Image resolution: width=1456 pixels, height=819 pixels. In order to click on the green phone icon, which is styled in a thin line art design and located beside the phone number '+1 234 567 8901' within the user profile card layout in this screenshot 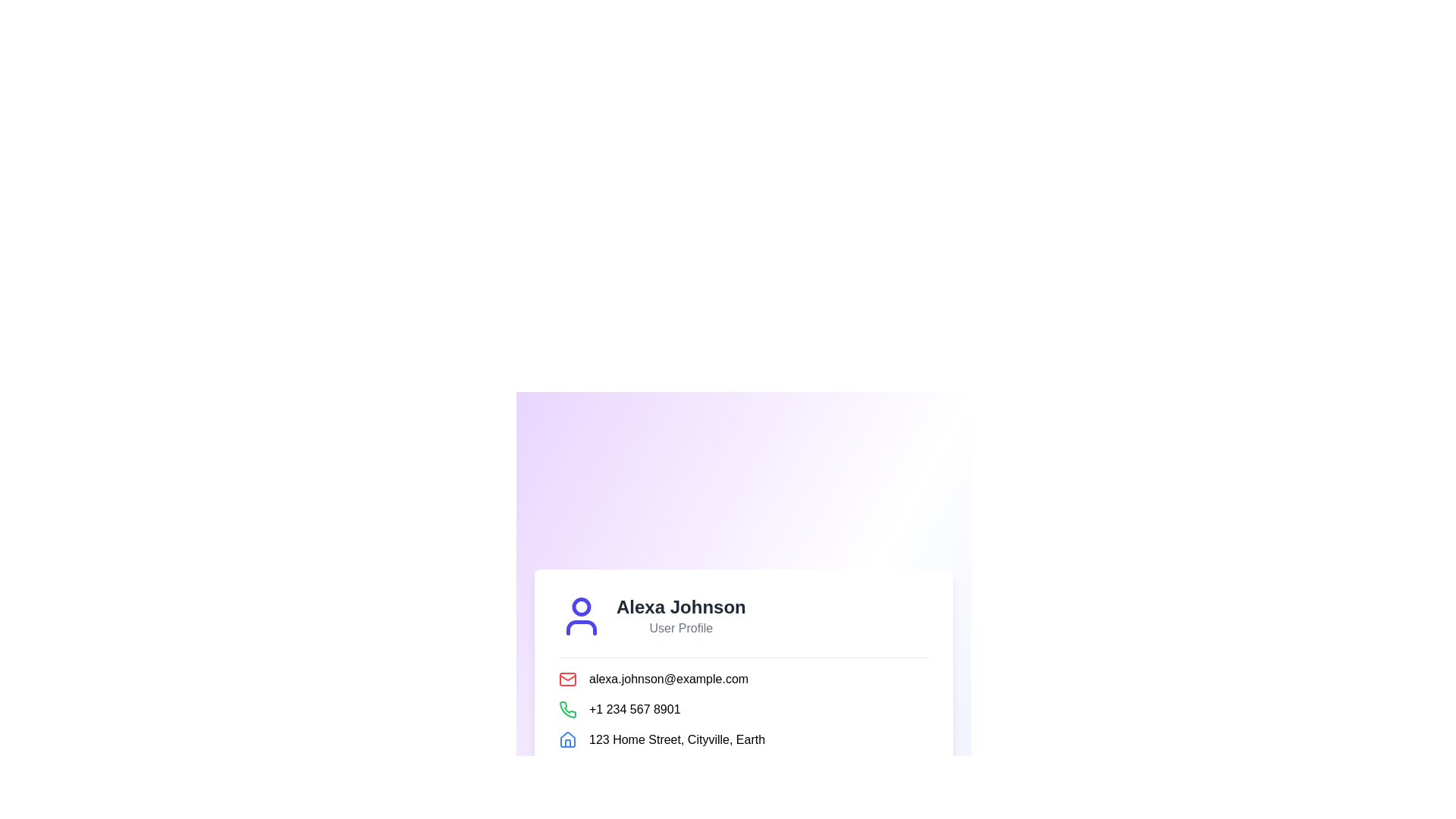, I will do `click(566, 709)`.